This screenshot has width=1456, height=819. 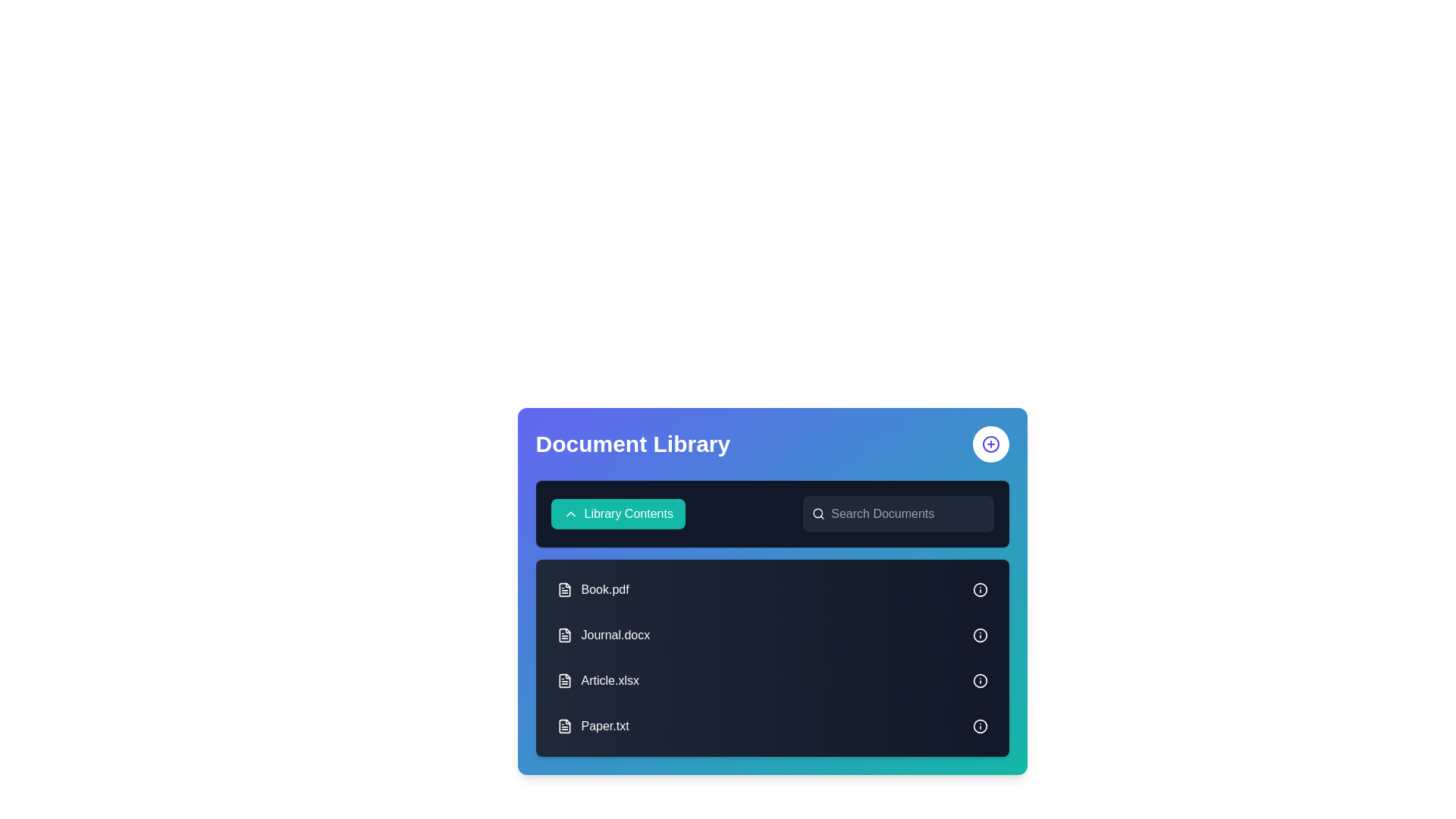 What do you see at coordinates (980, 725) in the screenshot?
I see `the bottom-most Circular SVG element in the 'Document Library' section, associated with the entry 'Paper.txt'` at bounding box center [980, 725].